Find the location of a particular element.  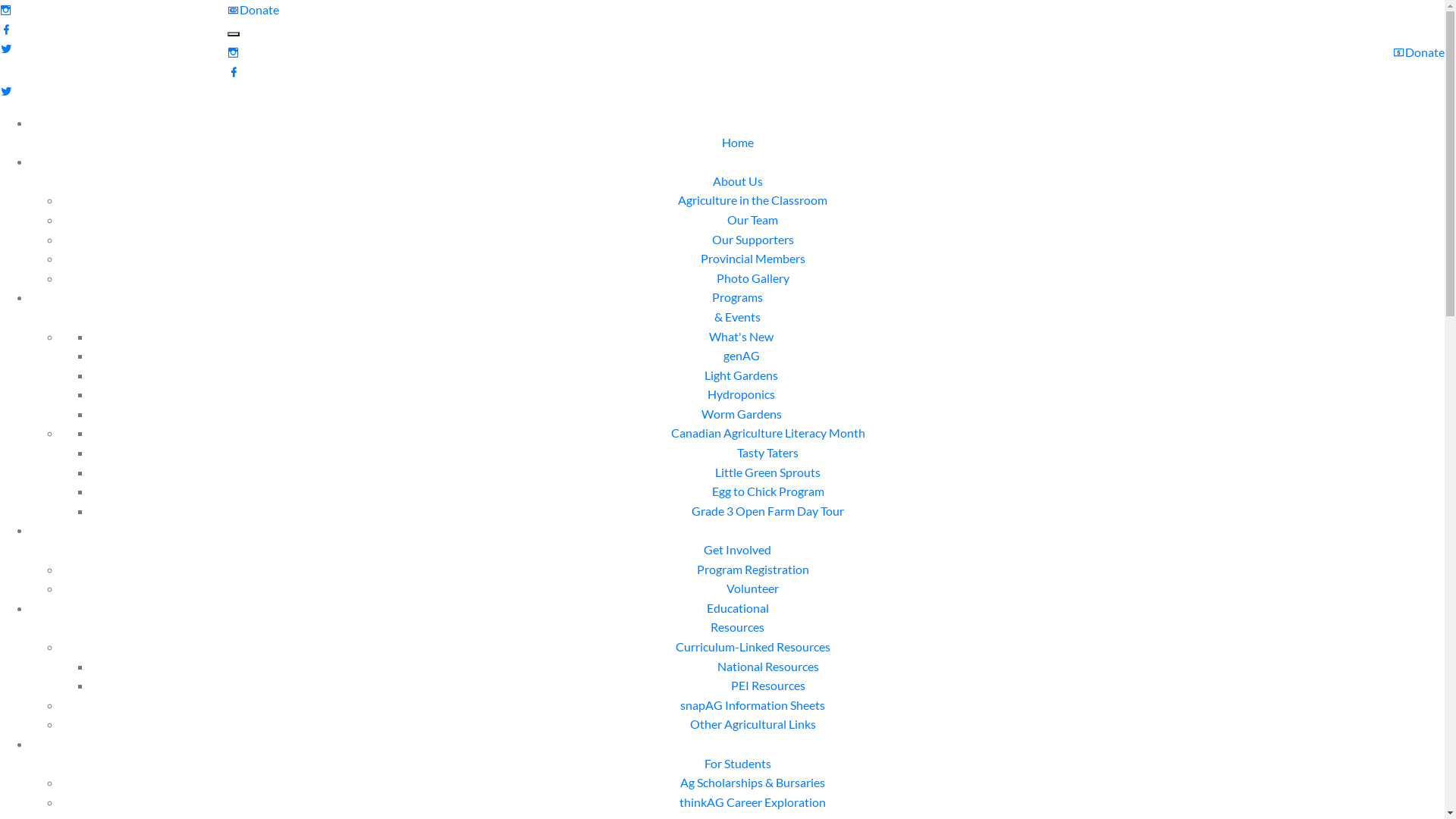

'Agriculture in the Classroom' is located at coordinates (752, 199).